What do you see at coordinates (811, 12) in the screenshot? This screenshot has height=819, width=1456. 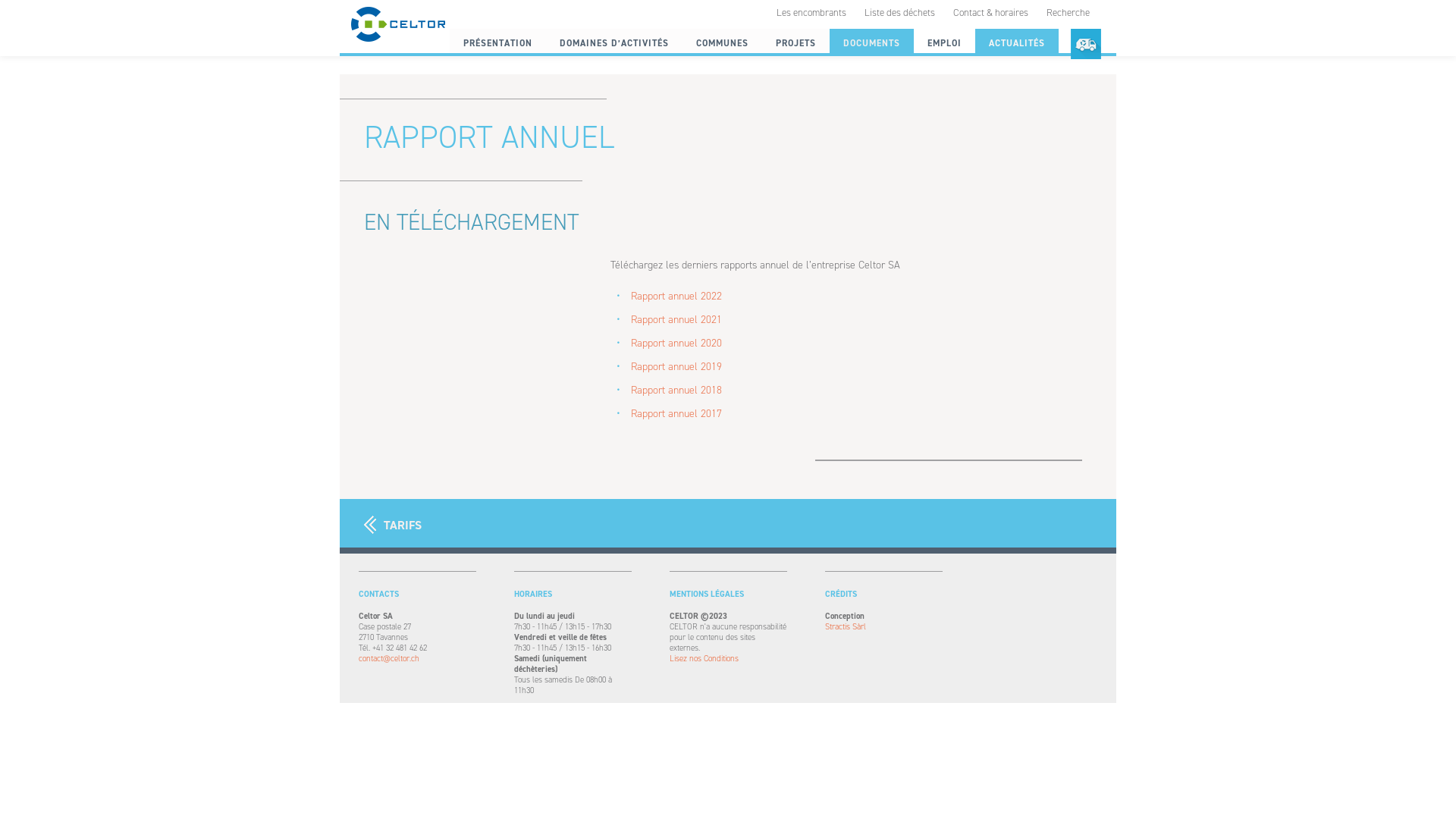 I see `'Les encombrants'` at bounding box center [811, 12].